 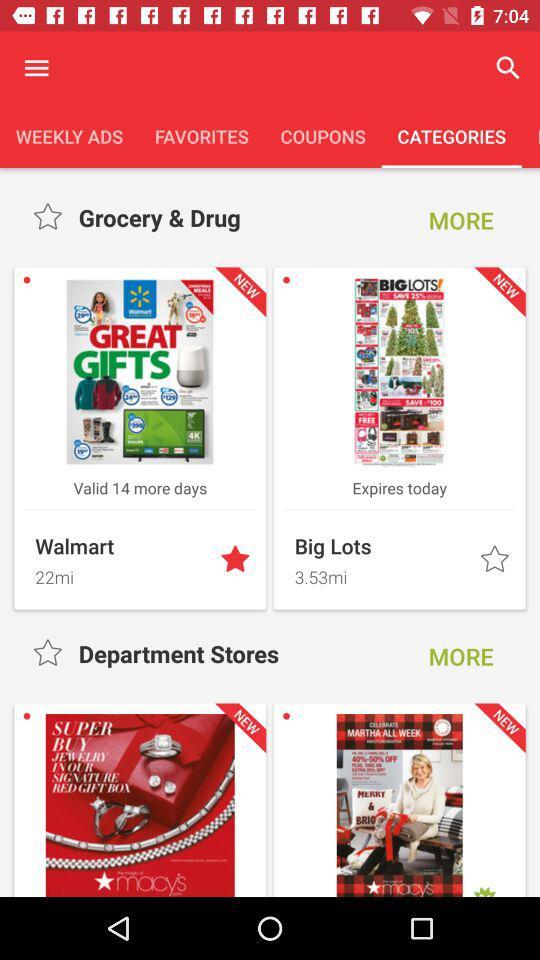 What do you see at coordinates (36, 68) in the screenshot?
I see `menu bar` at bounding box center [36, 68].